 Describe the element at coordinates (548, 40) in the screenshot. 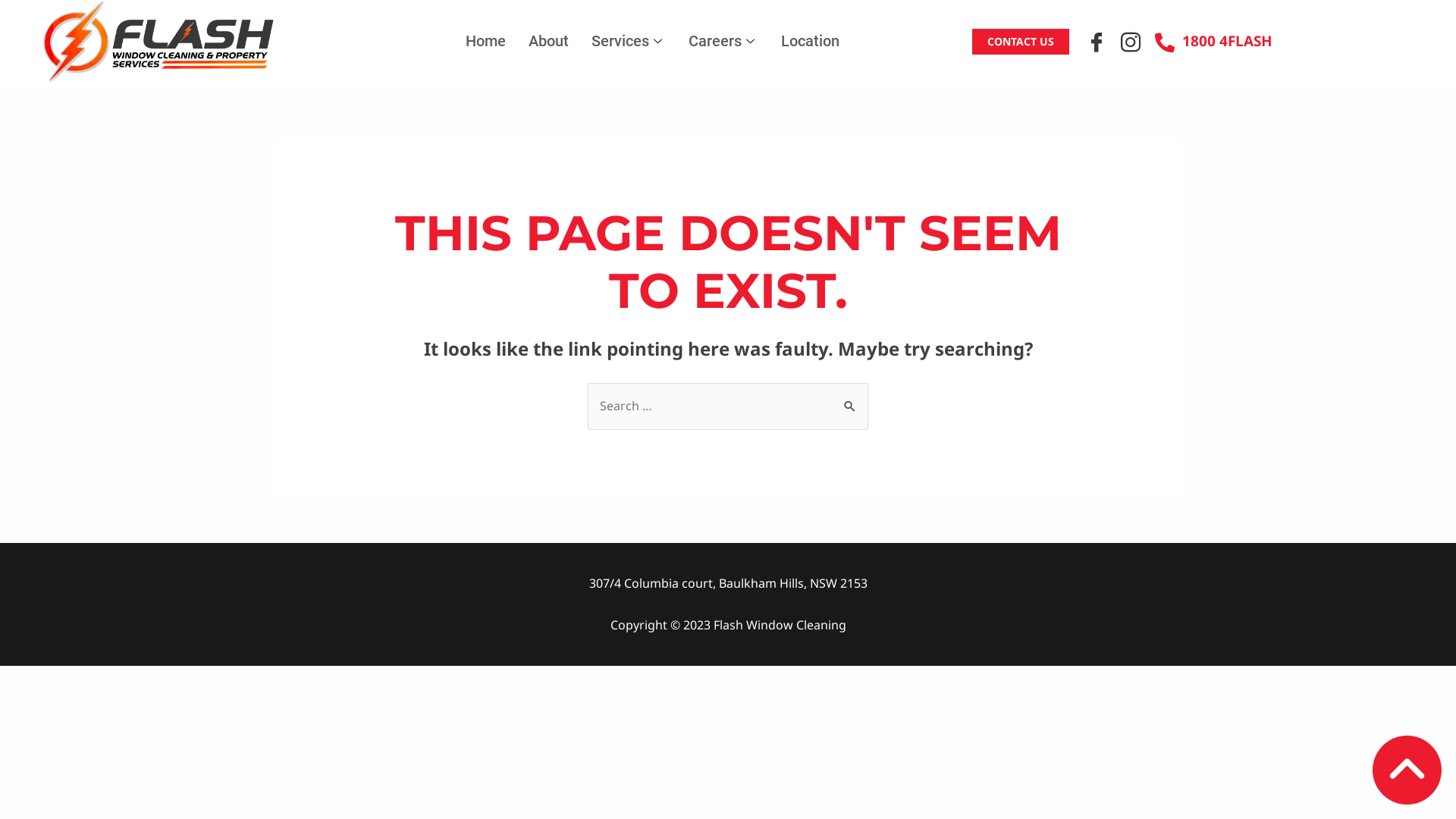

I see `'About'` at that location.